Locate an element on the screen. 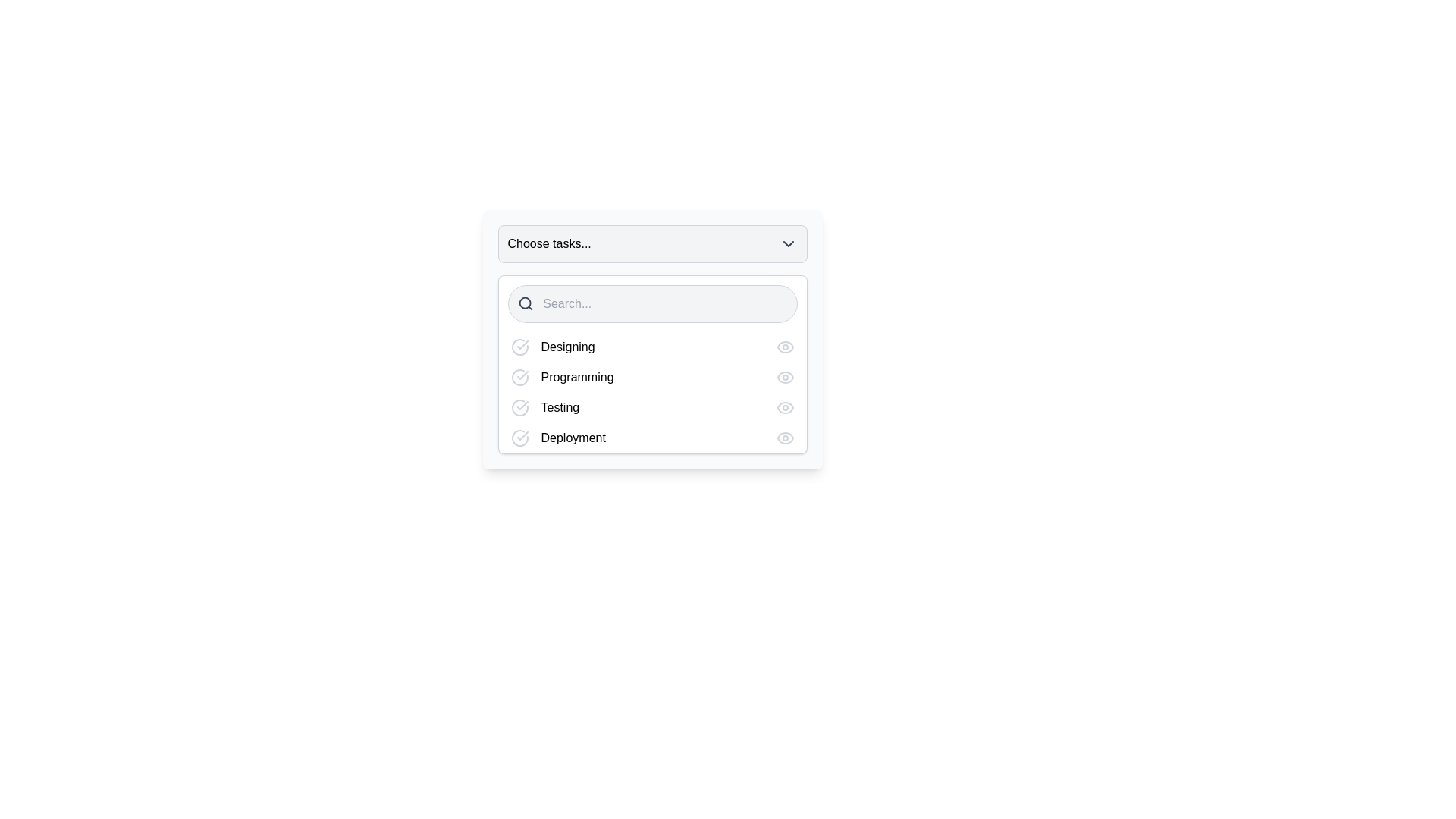  the surrounding area of the left semi-circular part of the checkmark icon in the 'Programming' task selection list interface is located at coordinates (519, 376).